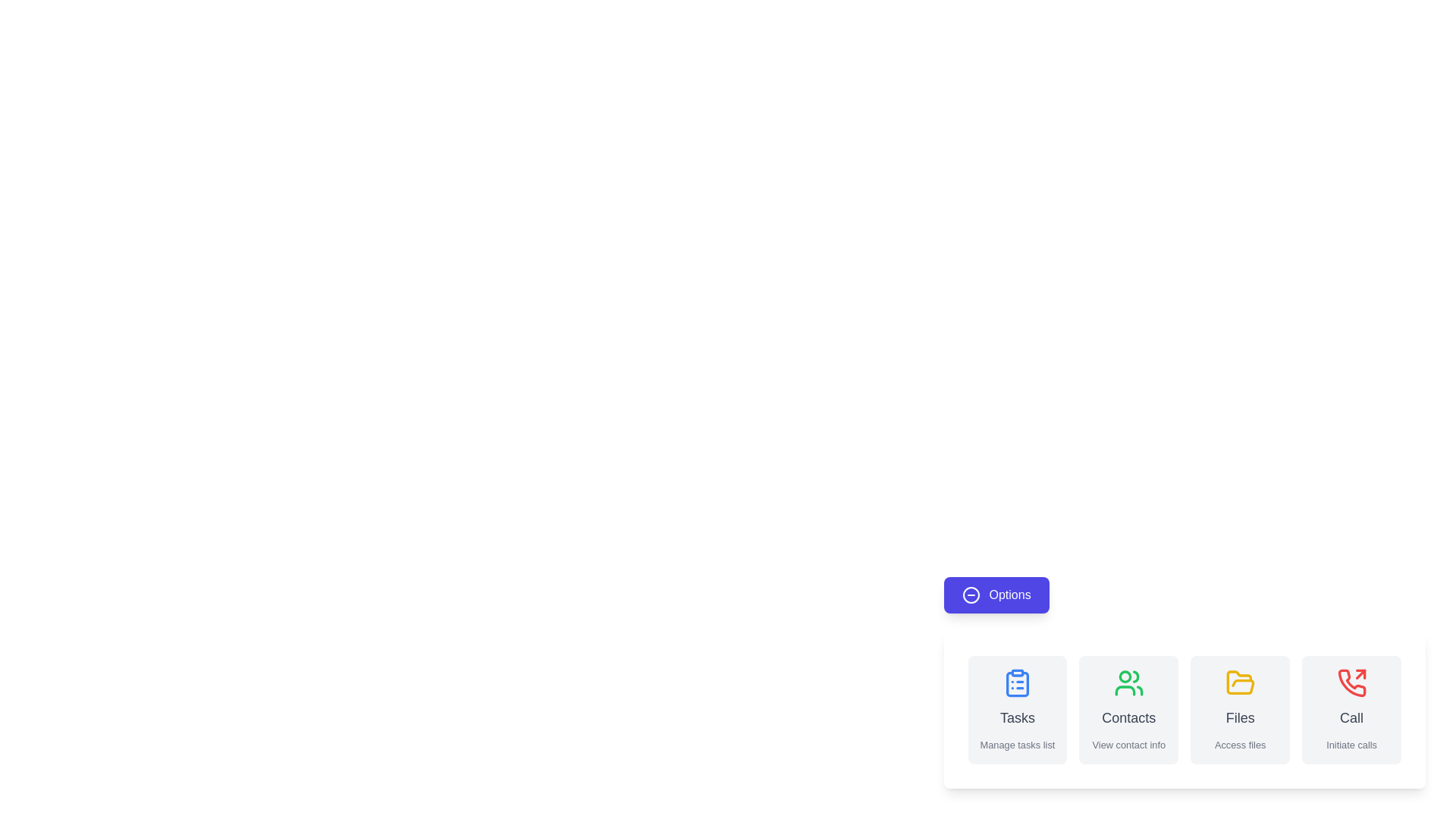  I want to click on the 'Call' button to initiate a call, so click(1351, 710).